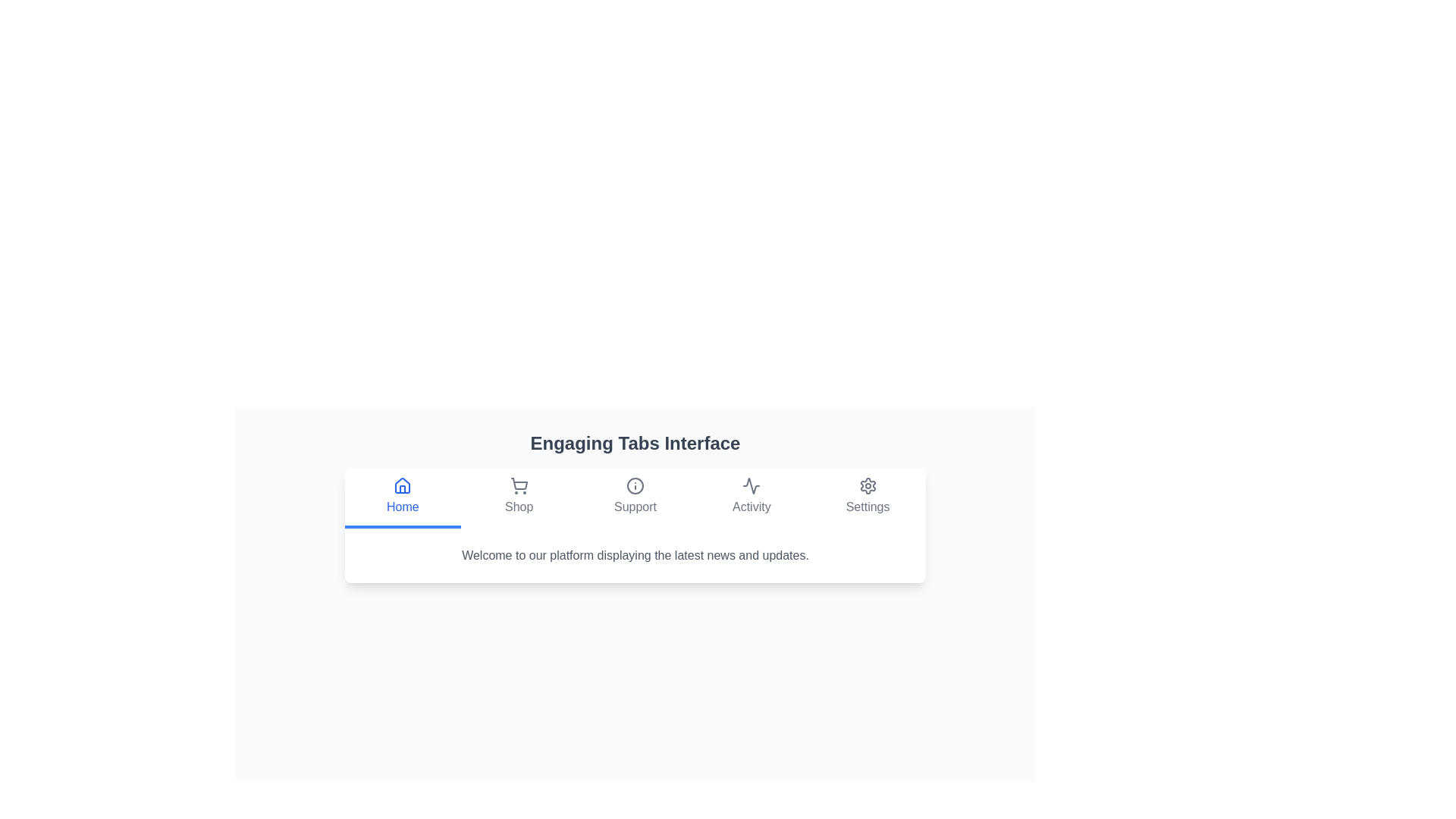 The height and width of the screenshot is (819, 1456). What do you see at coordinates (635, 485) in the screenshot?
I see `the circular graphical icon located in the 'Support' tab, which is centrally positioned within the third tab element of the navigation menu` at bounding box center [635, 485].